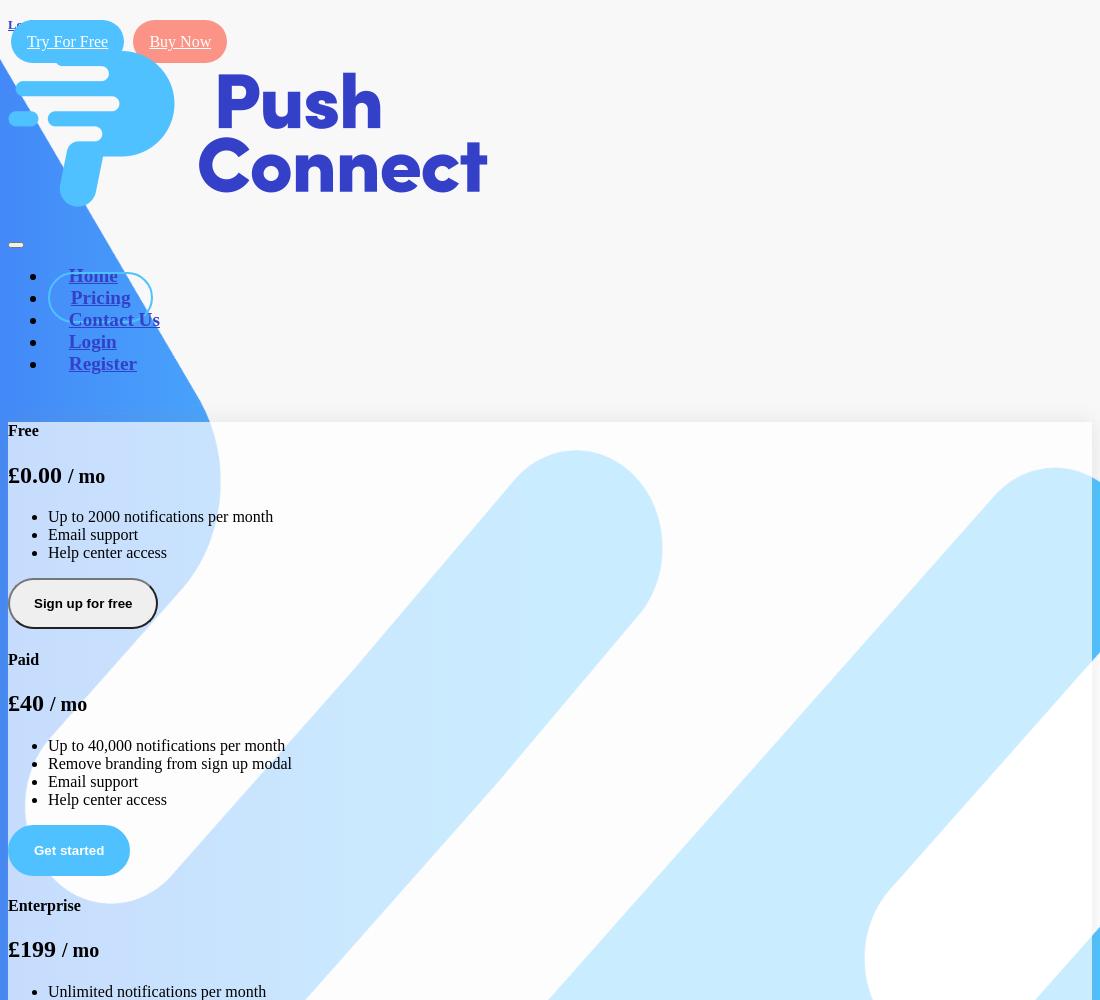  What do you see at coordinates (46, 516) in the screenshot?
I see `'Up to 2000 notifications per month'` at bounding box center [46, 516].